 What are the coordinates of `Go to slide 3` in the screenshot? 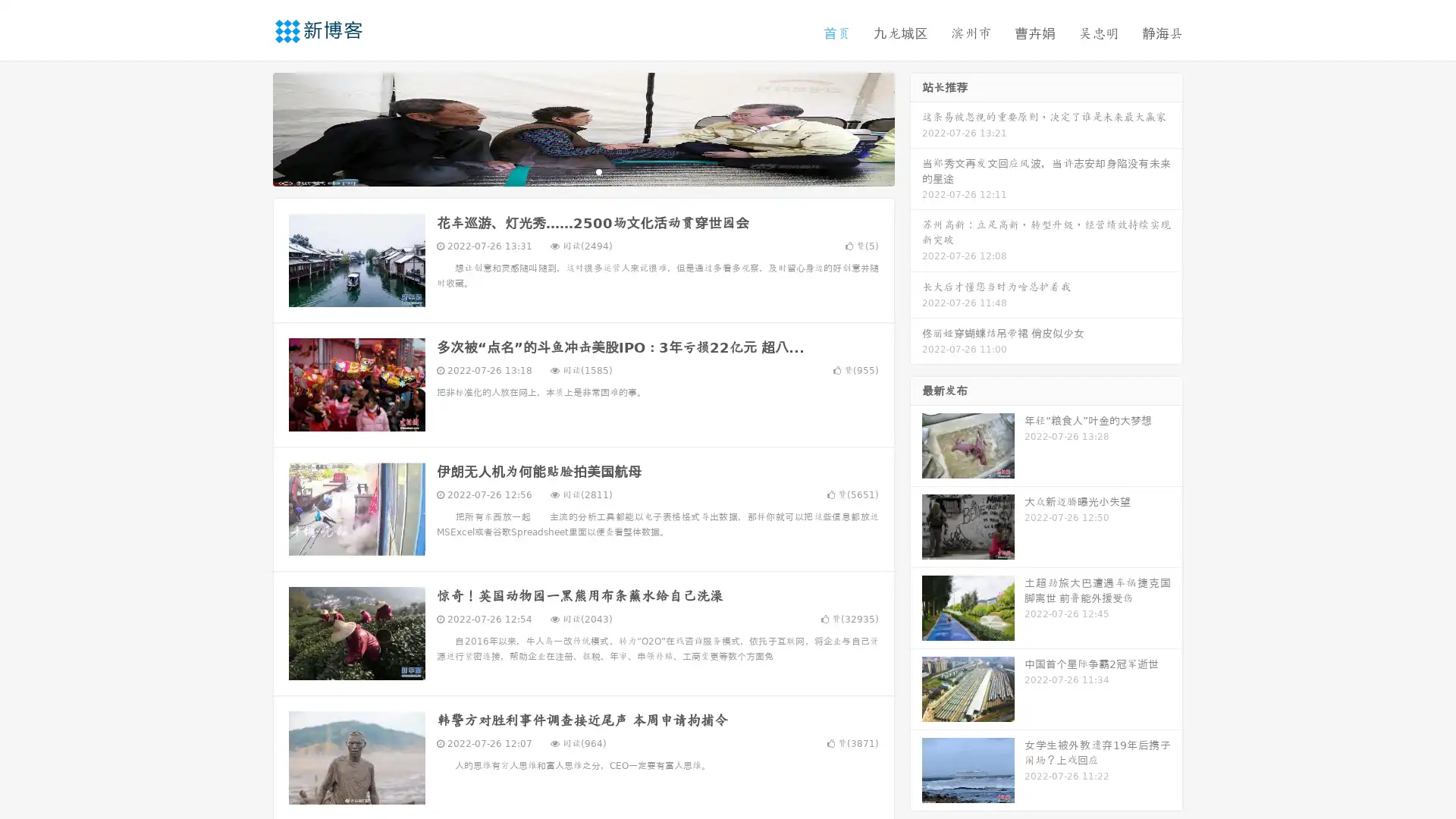 It's located at (598, 171).